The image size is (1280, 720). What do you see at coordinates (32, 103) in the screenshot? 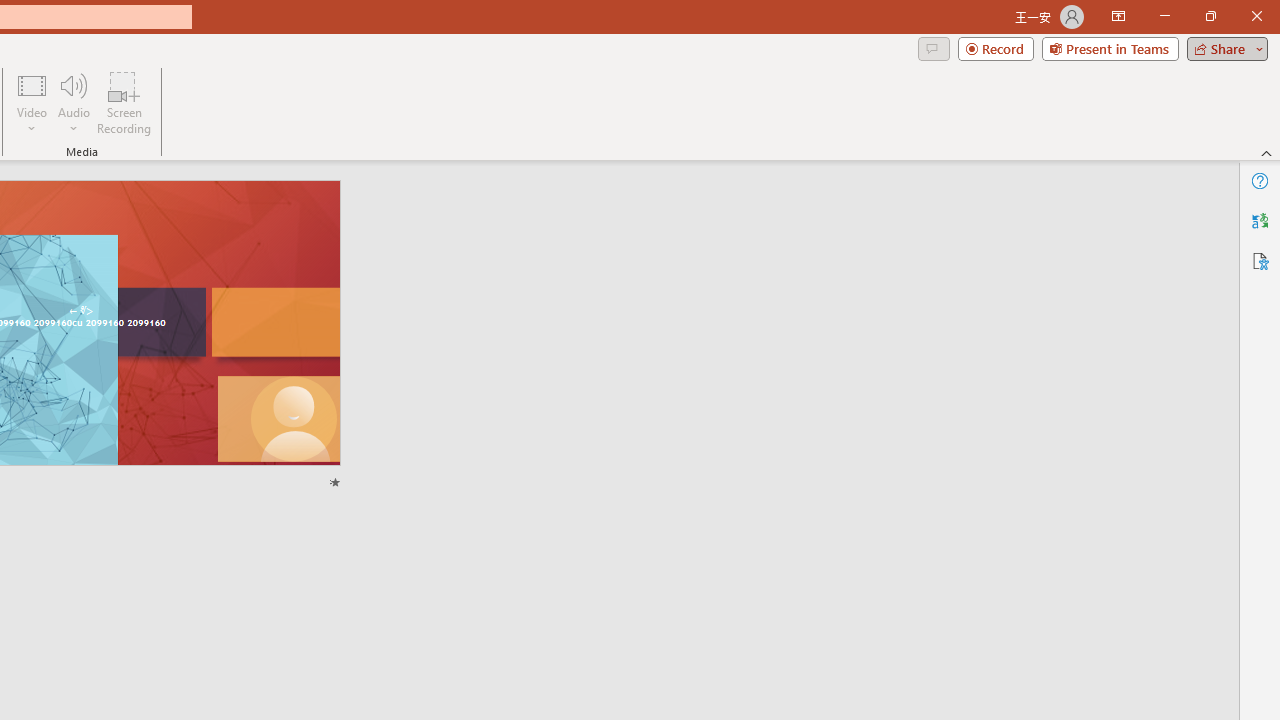
I see `'Video'` at bounding box center [32, 103].